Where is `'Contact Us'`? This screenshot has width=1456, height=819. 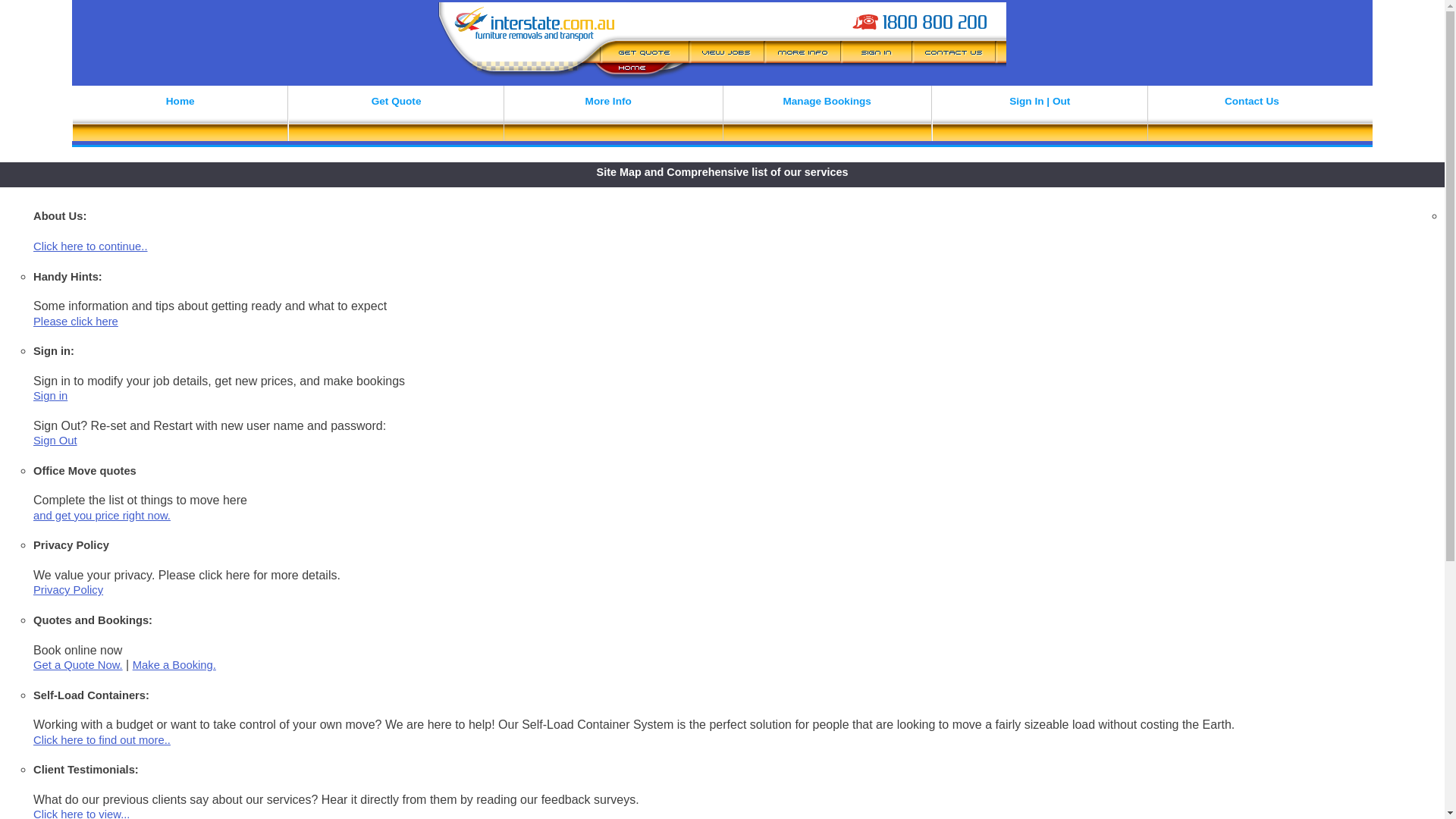 'Contact Us' is located at coordinates (1252, 115).